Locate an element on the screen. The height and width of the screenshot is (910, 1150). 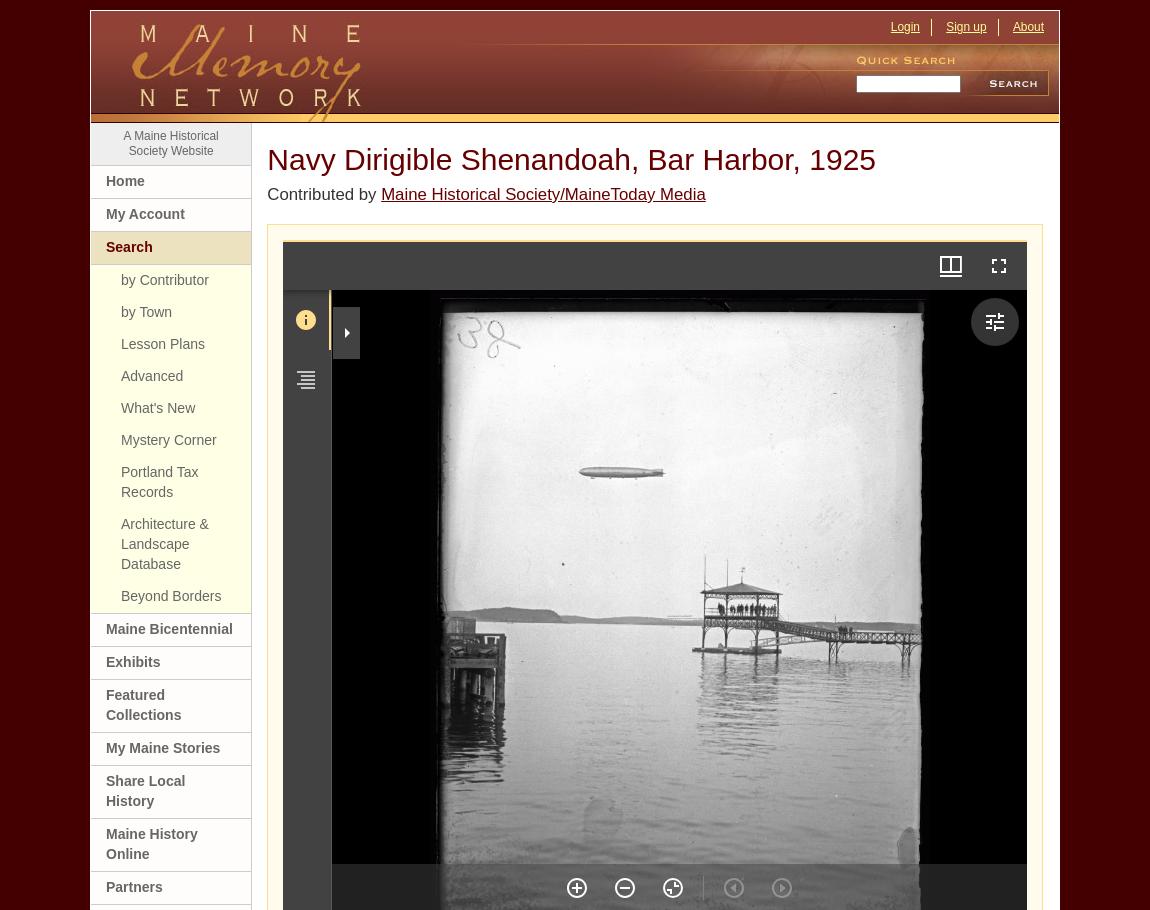
'About' is located at coordinates (1027, 26).